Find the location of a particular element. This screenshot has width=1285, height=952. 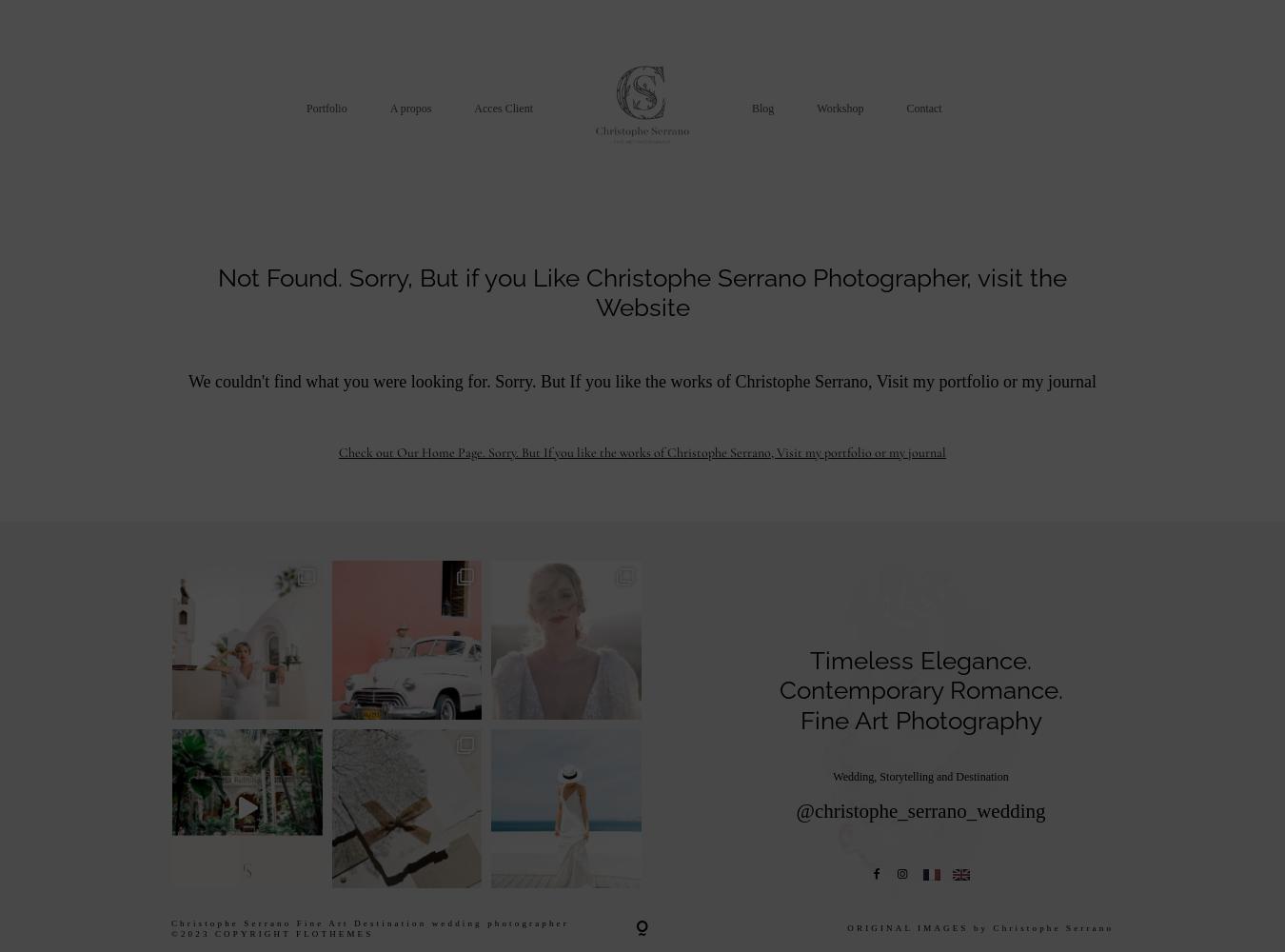

'Portfolio' is located at coordinates (326, 107).